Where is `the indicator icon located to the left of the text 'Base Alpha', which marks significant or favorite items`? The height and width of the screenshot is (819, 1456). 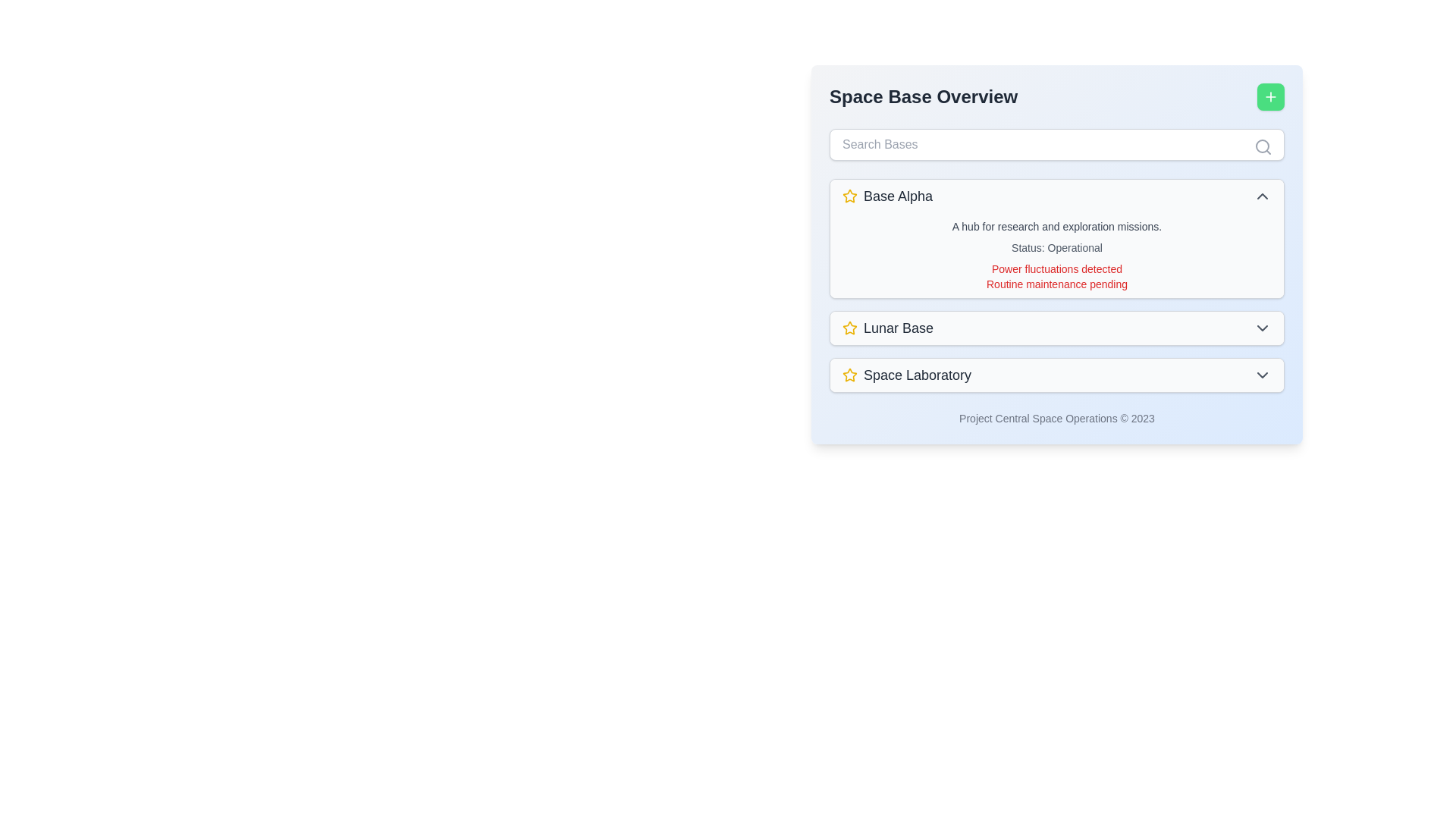
the indicator icon located to the left of the text 'Base Alpha', which marks significant or favorite items is located at coordinates (850, 195).